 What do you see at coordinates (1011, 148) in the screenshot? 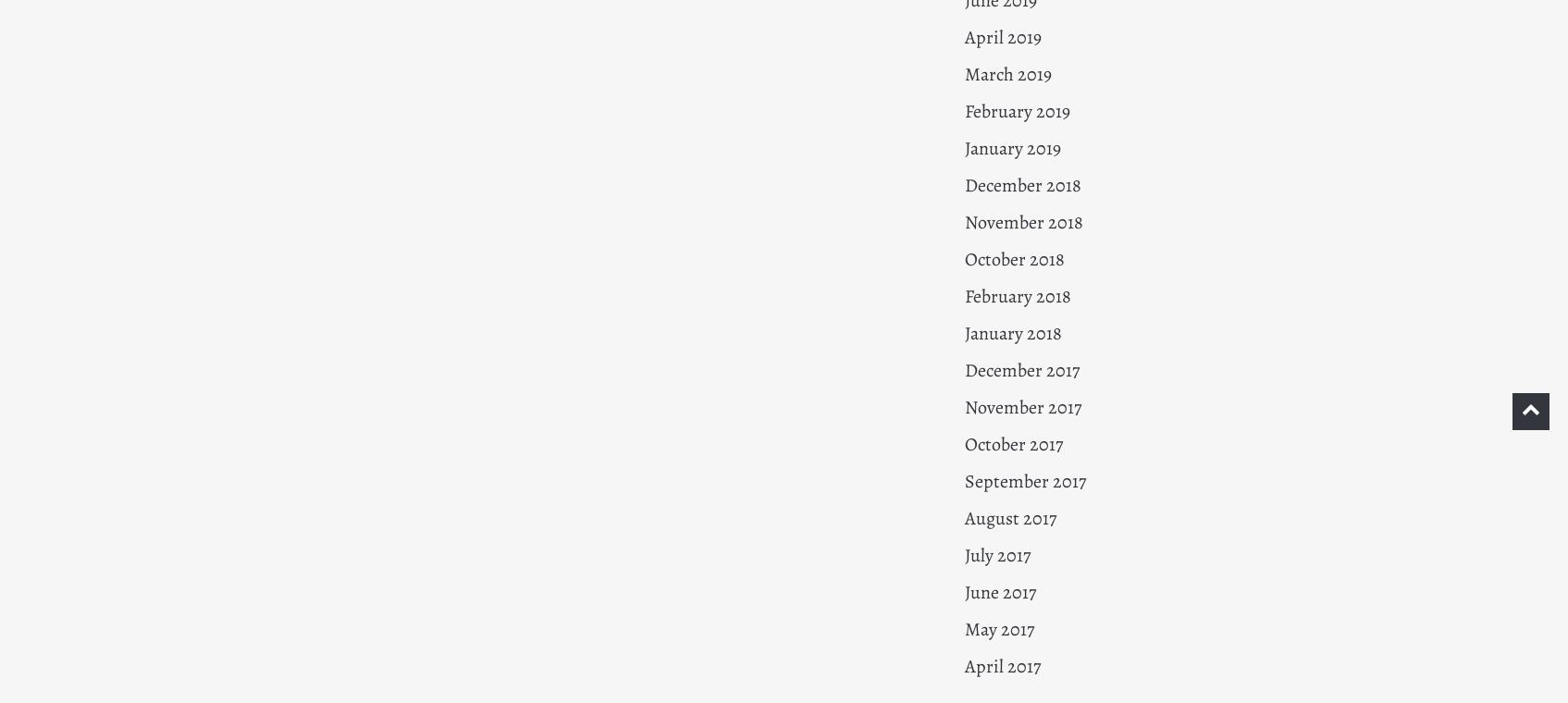
I see `'January 2019'` at bounding box center [1011, 148].